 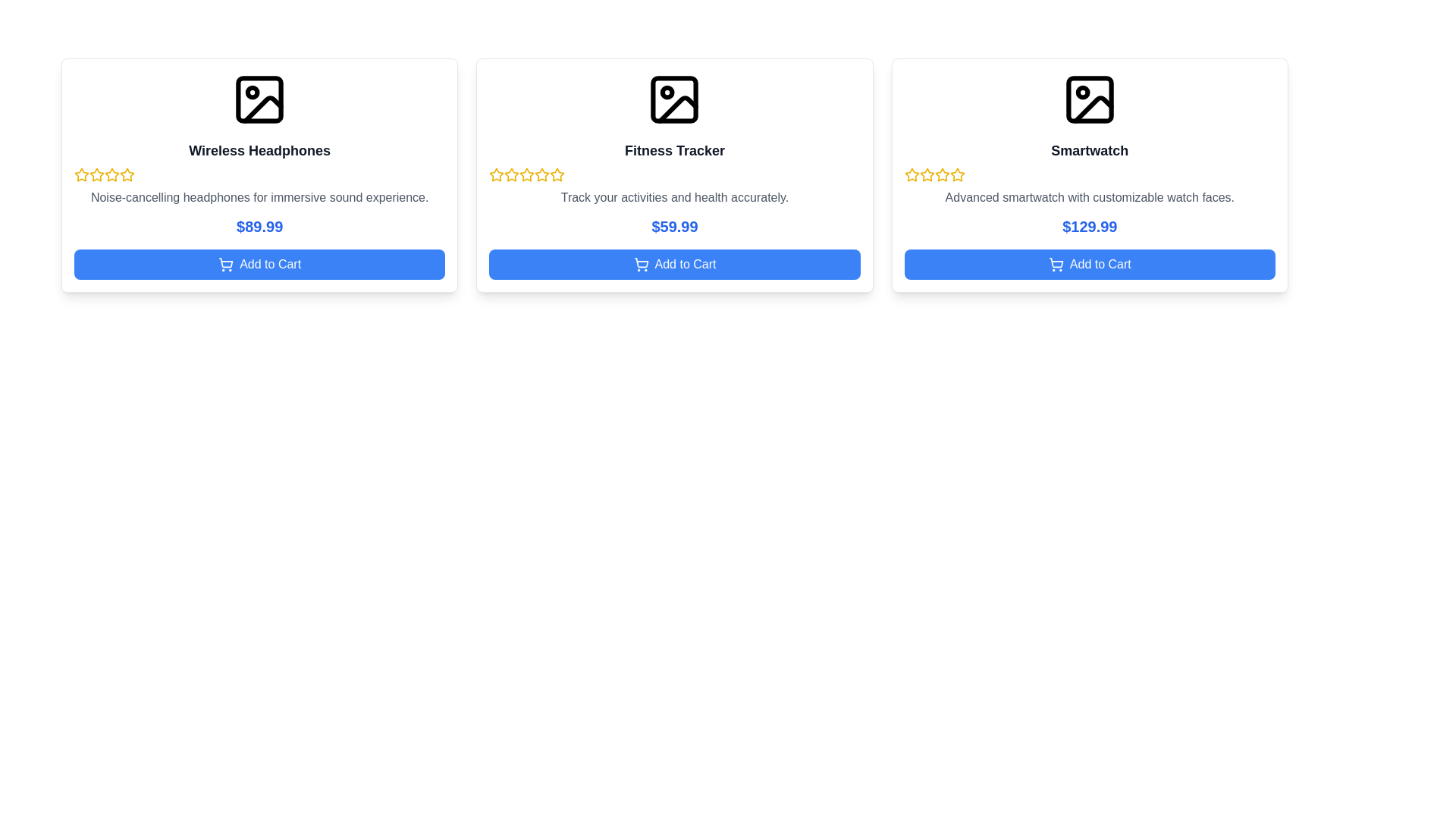 What do you see at coordinates (542, 174) in the screenshot?
I see `the fourth yellow star icon in the rating system below the title 'Fitness Tracker' to rate it` at bounding box center [542, 174].